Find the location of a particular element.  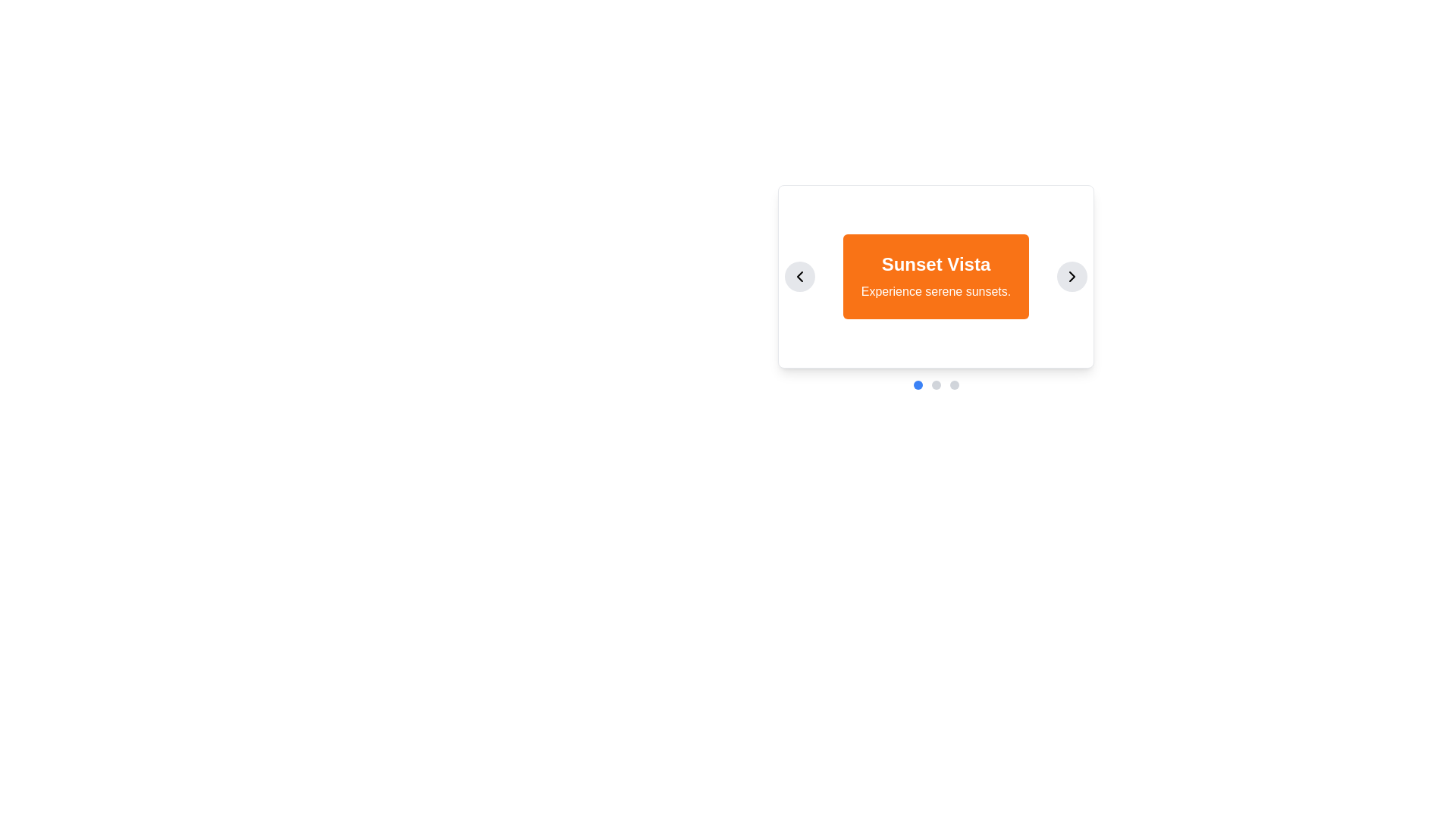

the navigational button located to the left of the central orange box containing the text 'Sunset Vista' is located at coordinates (799, 277).